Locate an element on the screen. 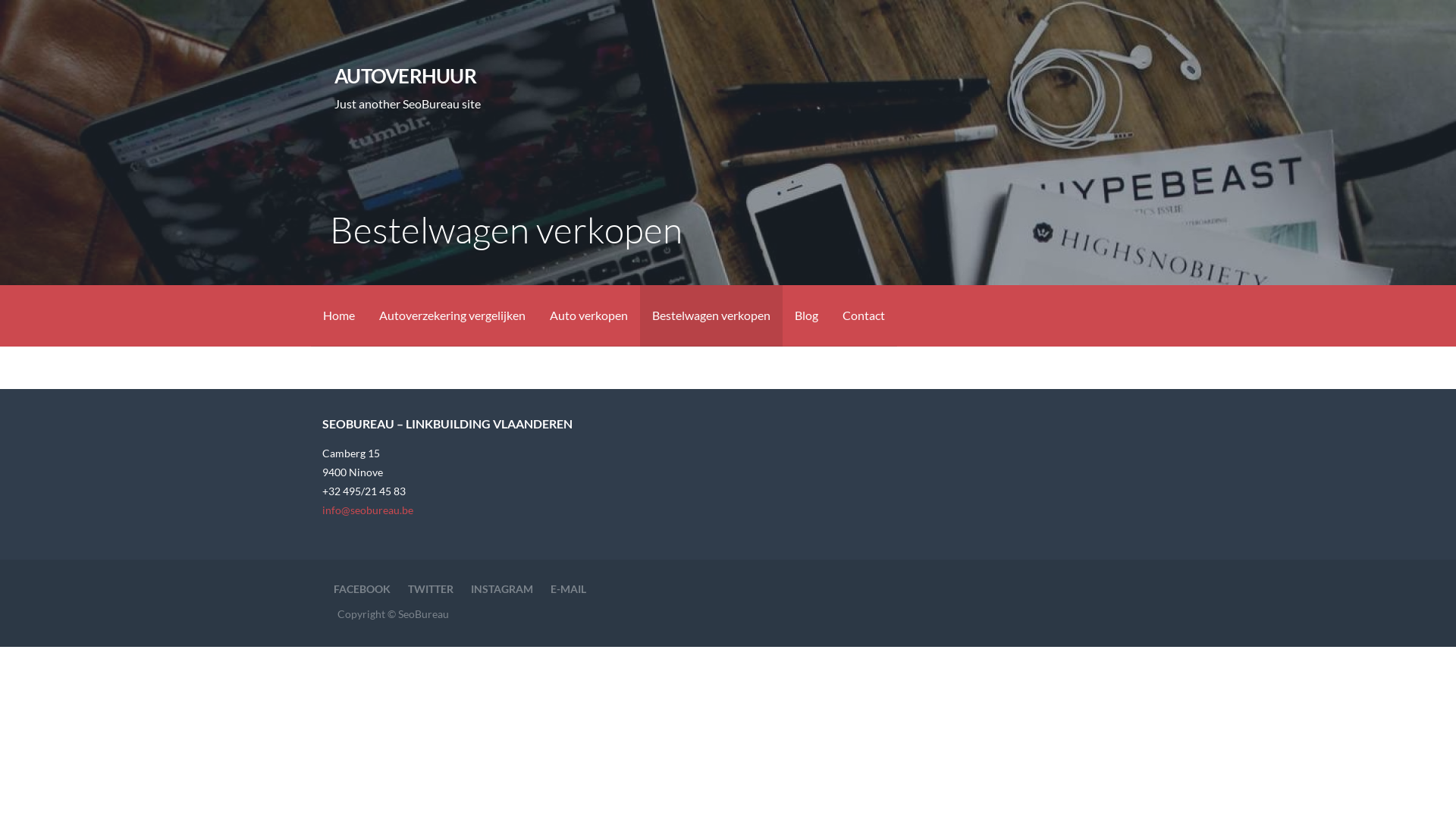  'info@seobureau.be' is located at coordinates (367, 510).